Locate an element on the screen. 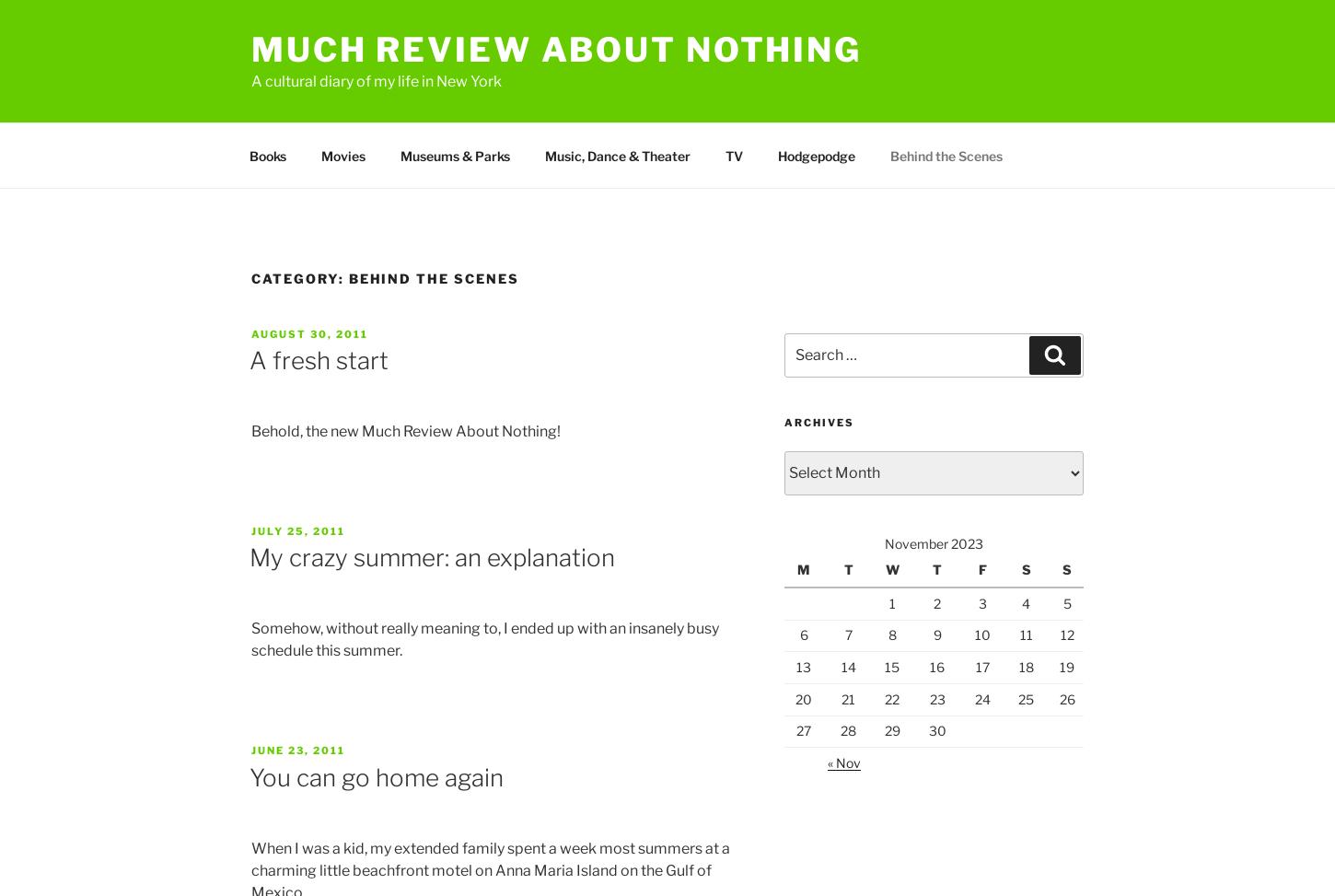 The height and width of the screenshot is (896, 1335). 'Behold, the new Much Review About Nothing!' is located at coordinates (404, 431).